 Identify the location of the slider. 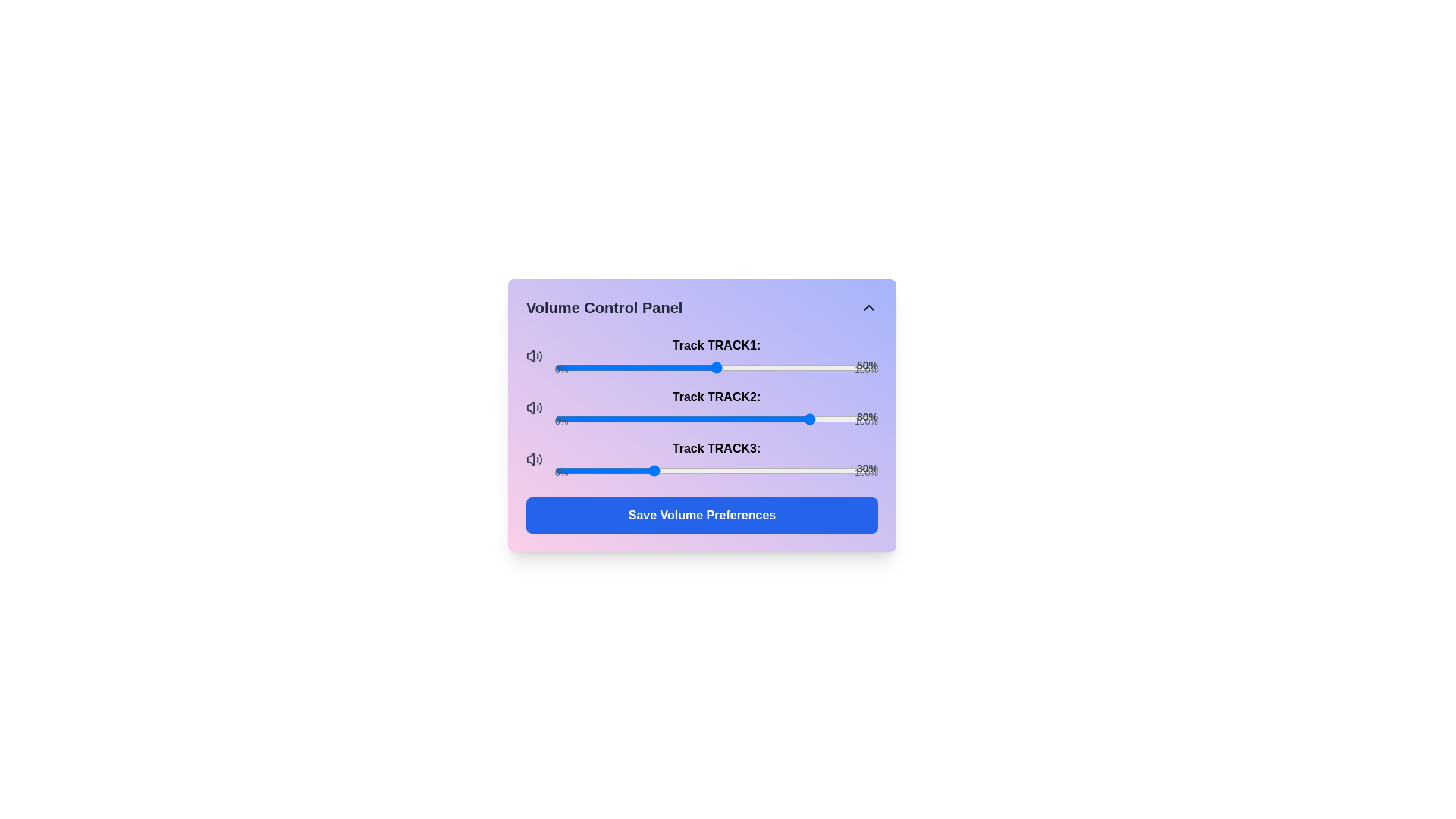
(865, 368).